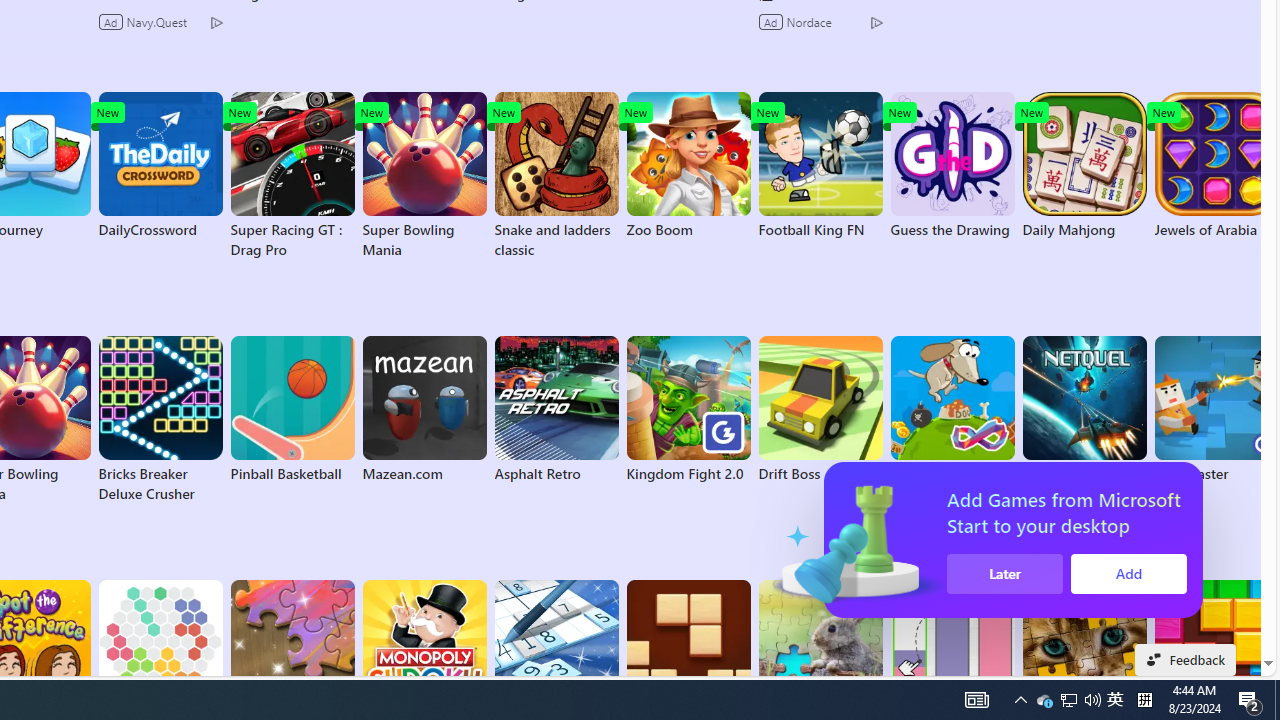  I want to click on 'Bricks Breaker Deluxe Crusher', so click(160, 419).